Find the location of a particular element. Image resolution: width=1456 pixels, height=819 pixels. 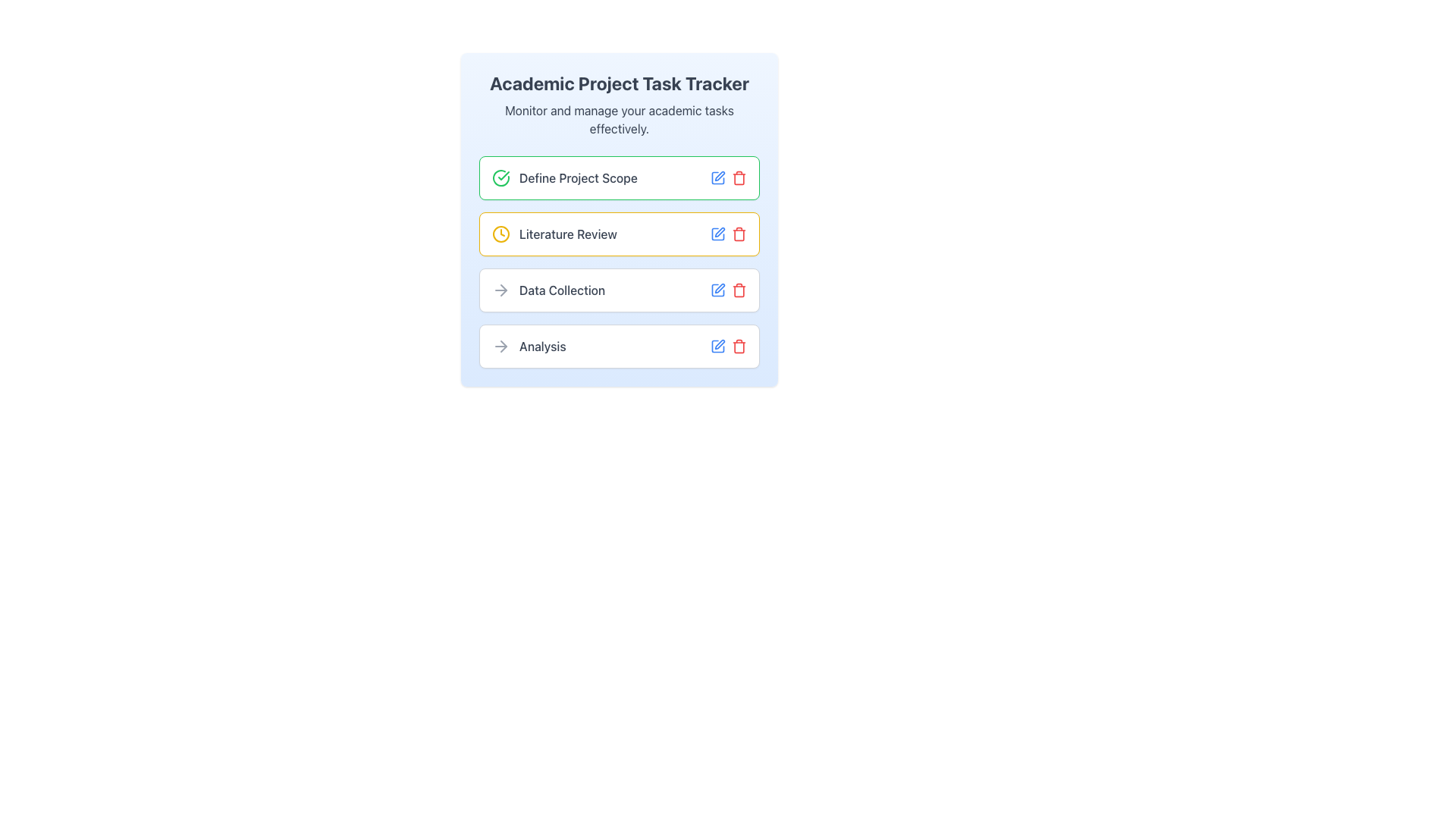

the circular SVG element representing a clock icon, which is located next to the text 'Literature Review' in the task list is located at coordinates (501, 234).